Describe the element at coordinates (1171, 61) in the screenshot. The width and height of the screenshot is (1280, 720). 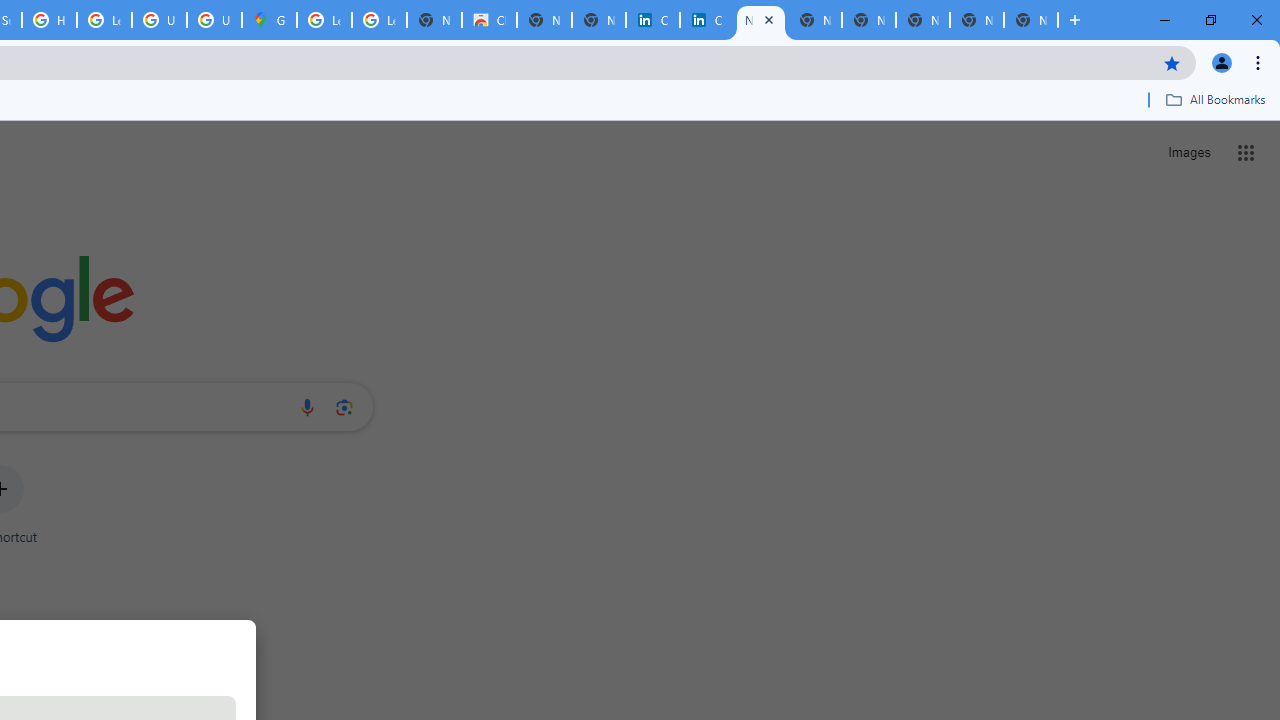
I see `'Bookmark this tab'` at that location.